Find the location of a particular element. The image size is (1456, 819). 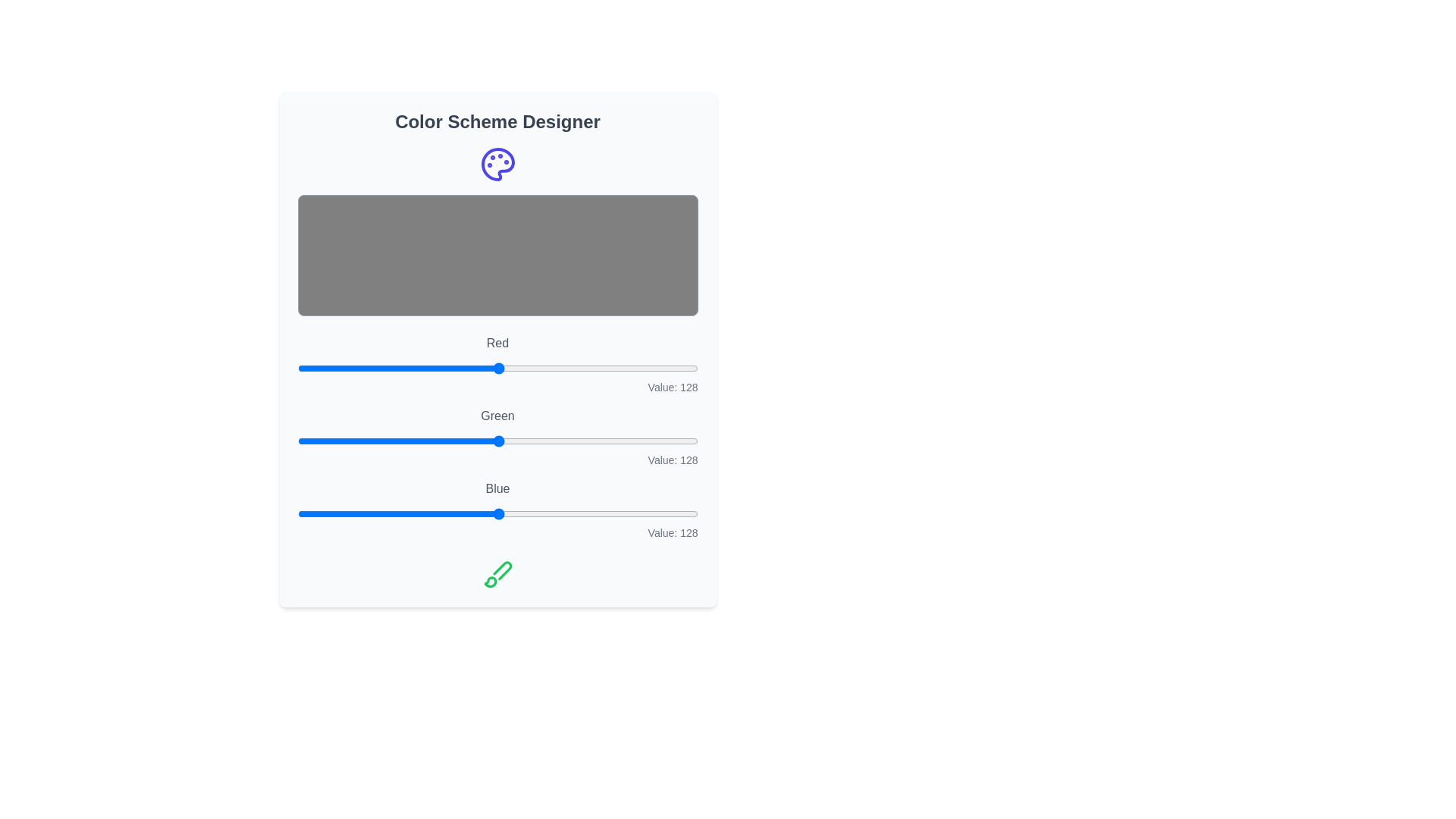

the green color value is located at coordinates (520, 441).